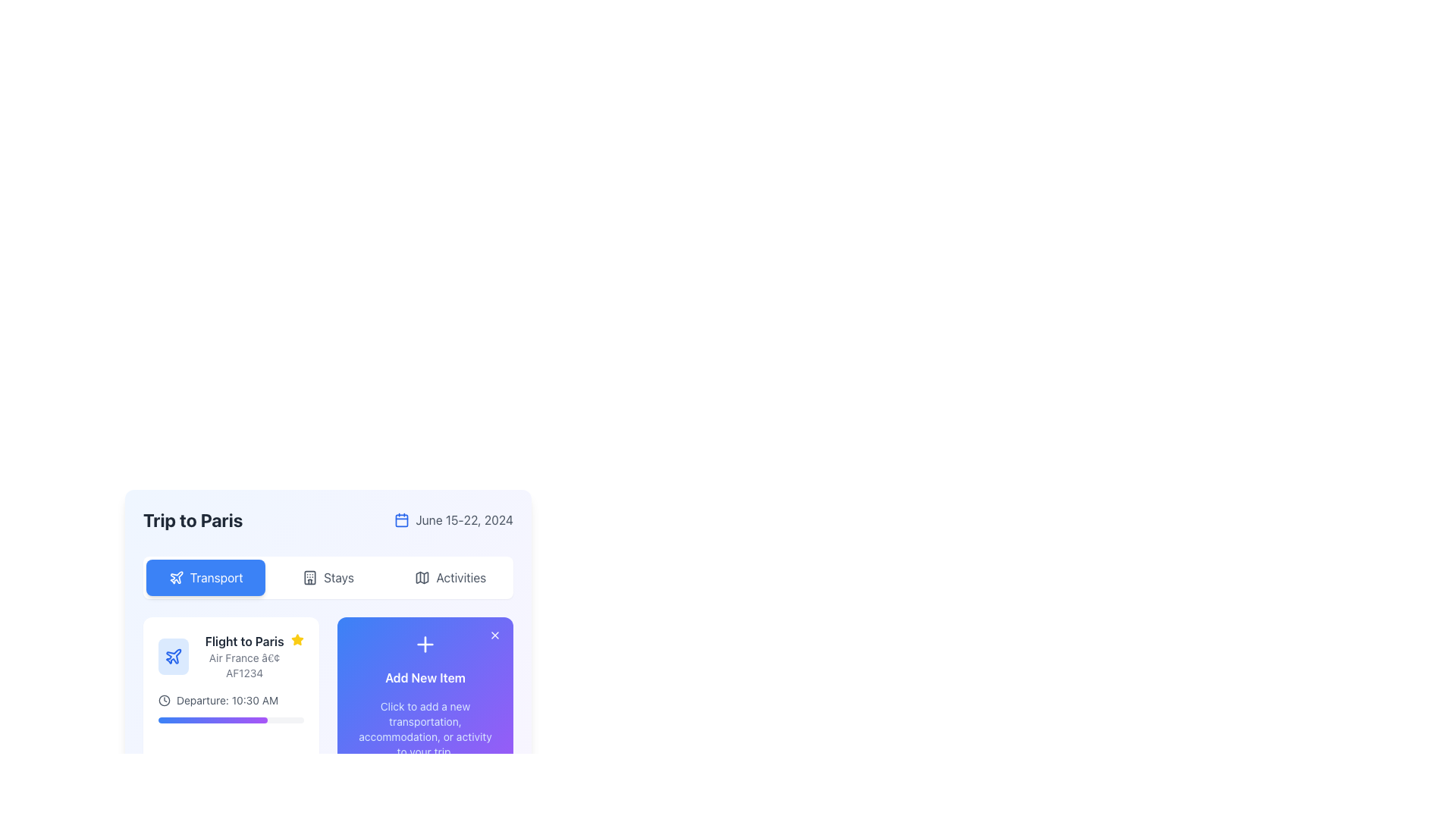 The height and width of the screenshot is (819, 1456). I want to click on text label displaying 'Flight to Paris', which is a bold dark font located at the top of the flight information section in the travel itinerary interface, so click(244, 641).